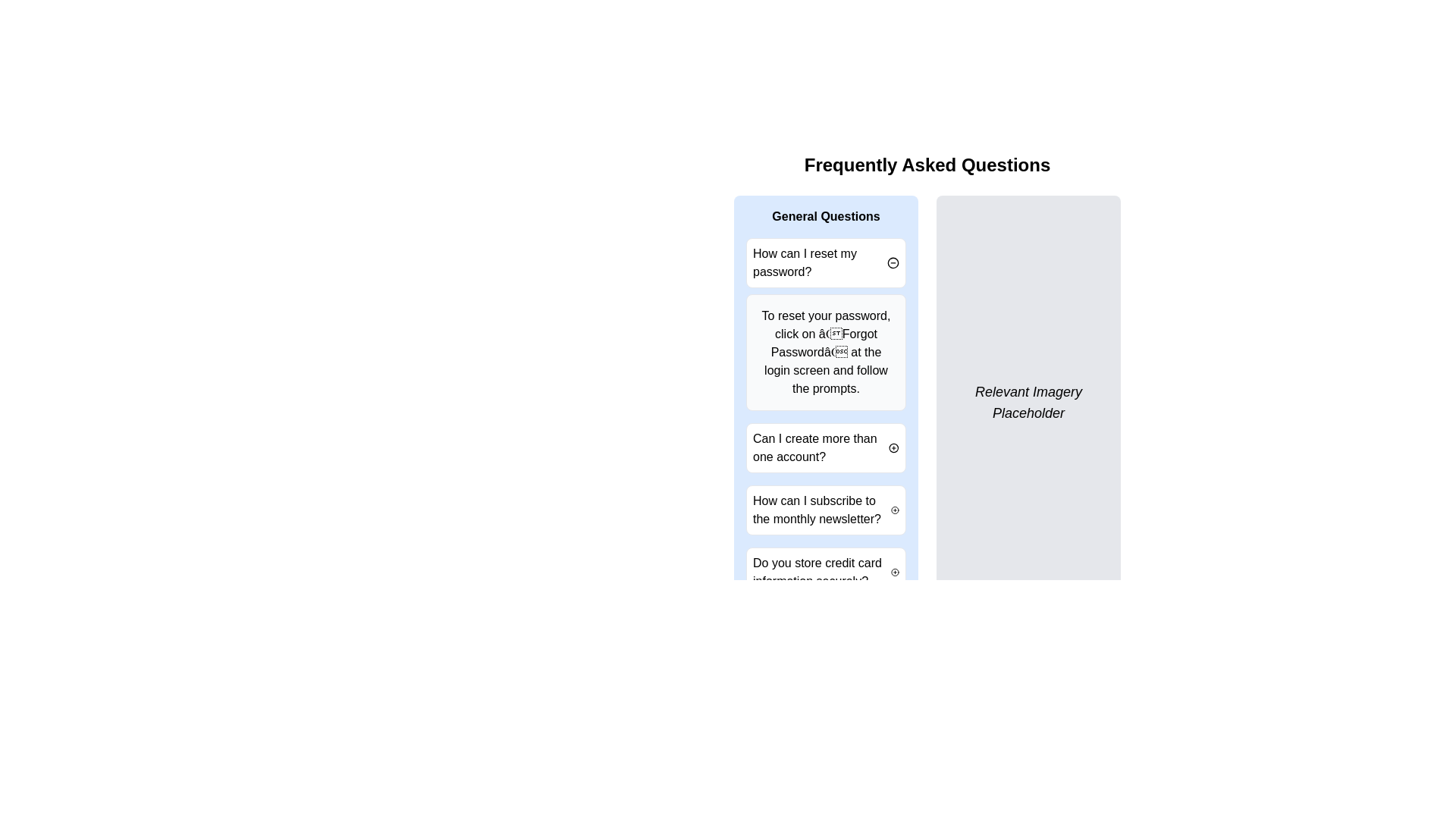 The height and width of the screenshot is (819, 1456). Describe the element at coordinates (821, 510) in the screenshot. I see `the FAQ item about subscribing to a newsletter, which is the fourth item in the list under 'General Questions'` at that location.